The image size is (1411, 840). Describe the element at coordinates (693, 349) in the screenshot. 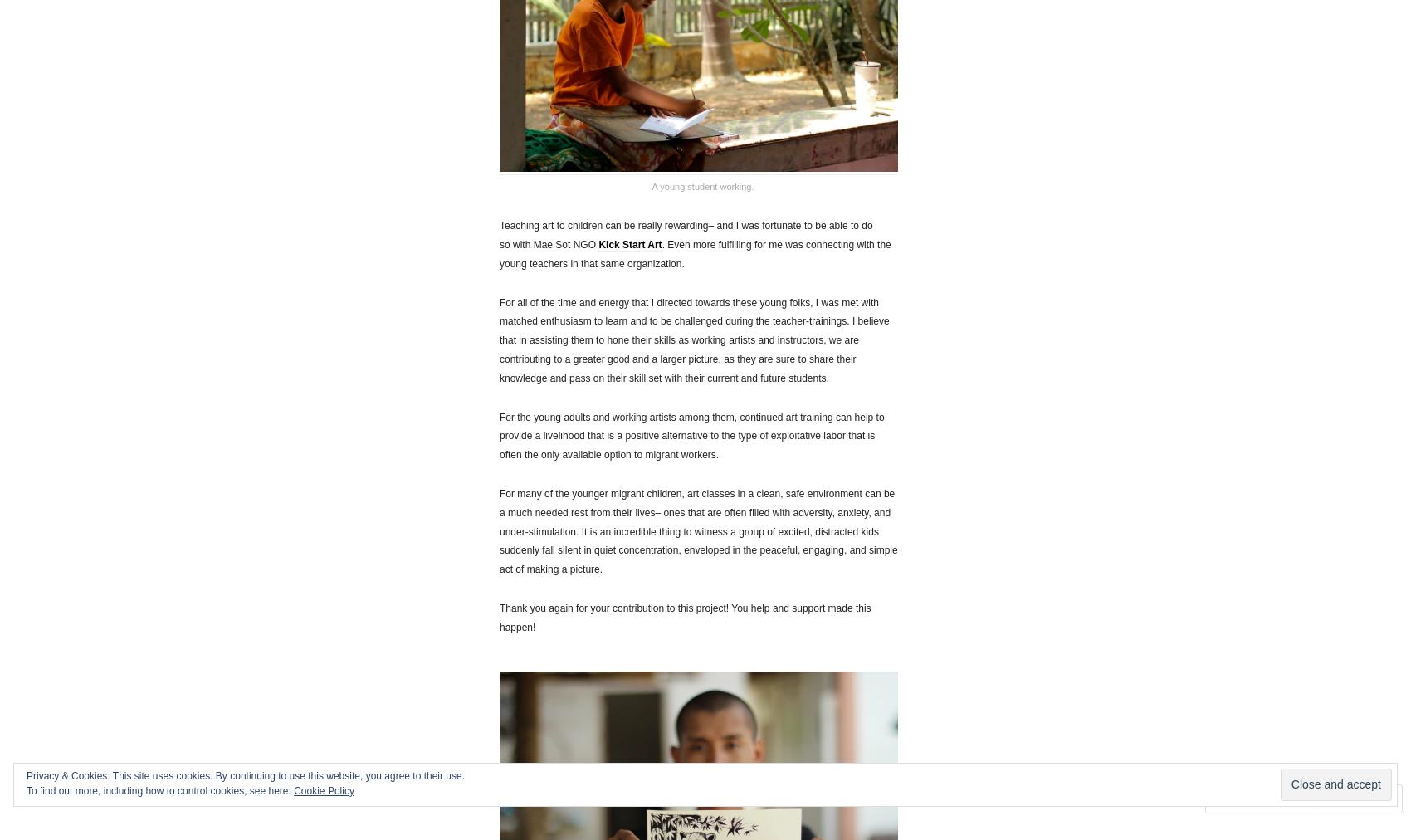

I see `'I believe that in assisting them to hone their skills as working artists and instructors, we are contributing to a greater good and a larger picture, as they are sure to share their knowledge and pass on their skill set with their current and future students.'` at that location.